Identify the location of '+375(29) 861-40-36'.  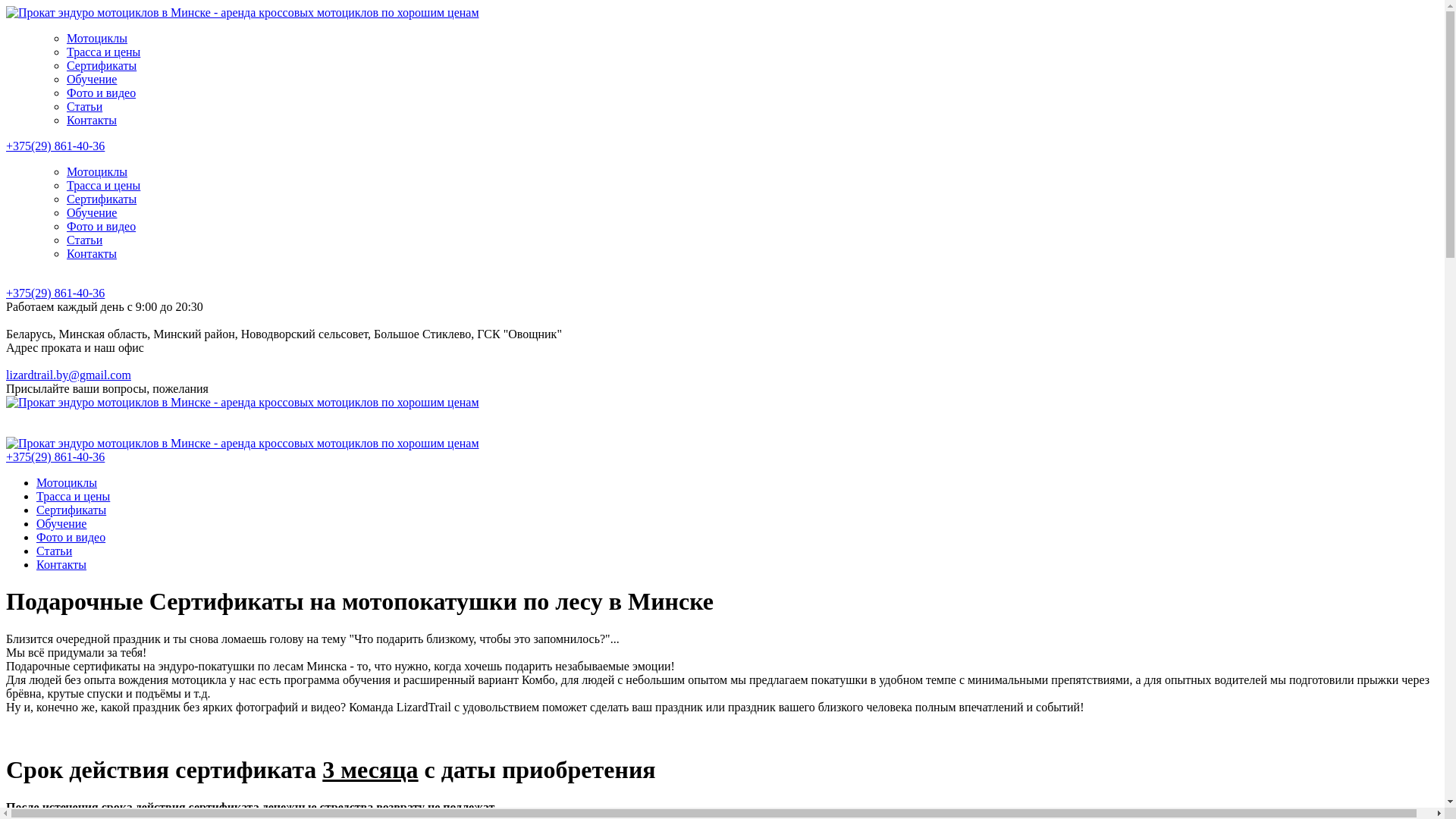
(55, 456).